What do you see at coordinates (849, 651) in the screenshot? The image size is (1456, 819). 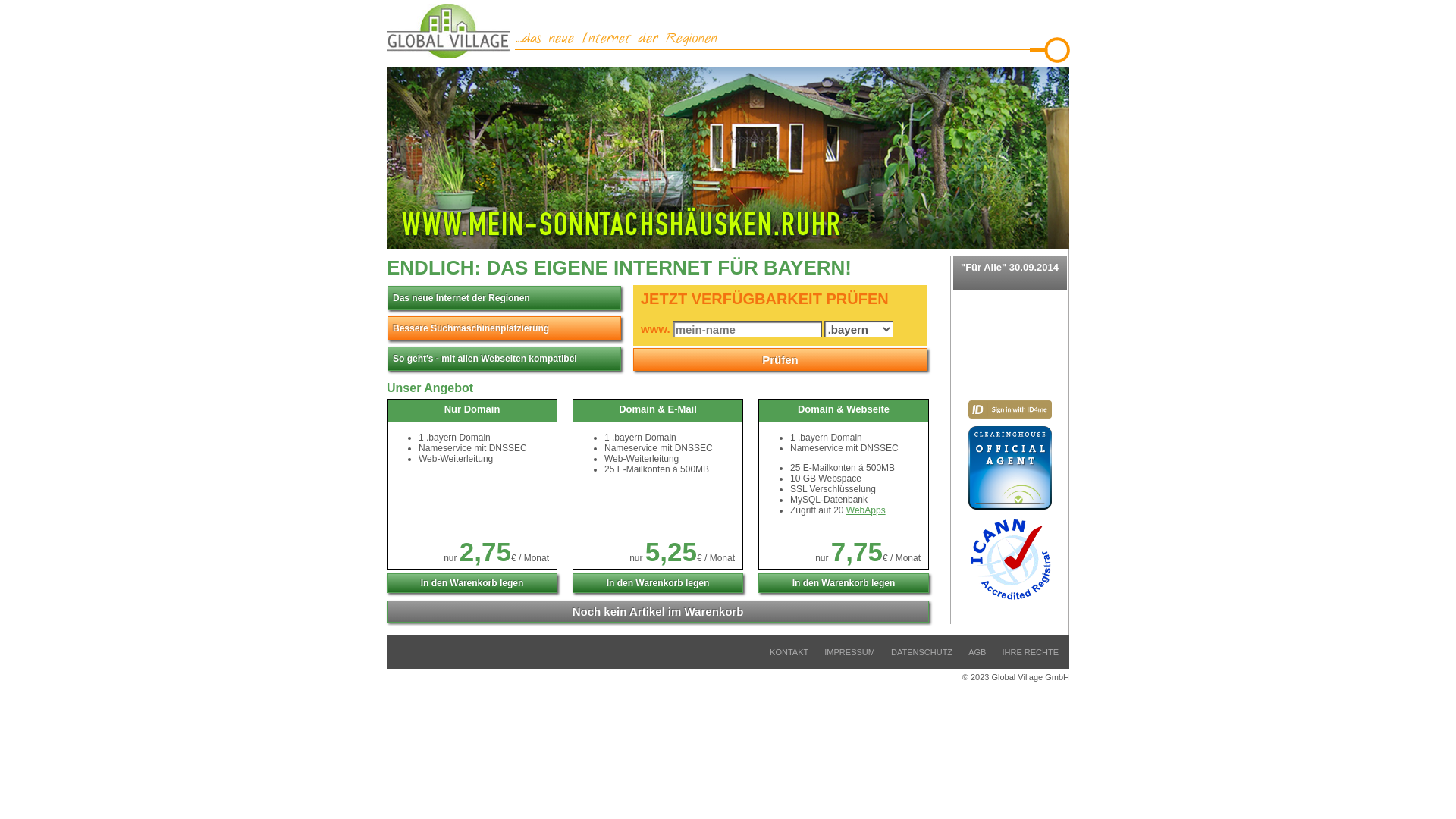 I see `'IMPRESSUM'` at bounding box center [849, 651].